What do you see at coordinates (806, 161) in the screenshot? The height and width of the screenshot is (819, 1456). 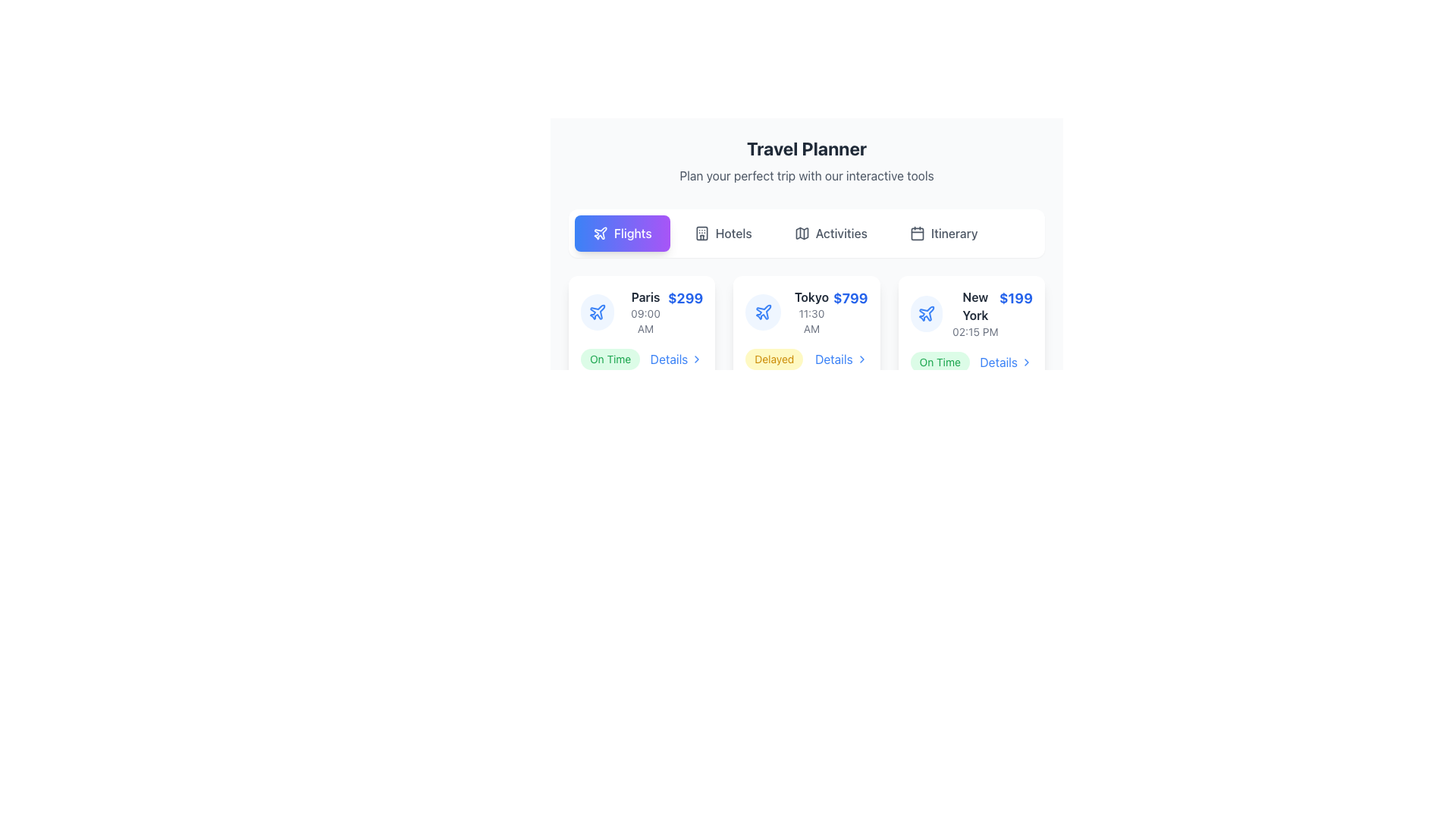 I see `the Text block (Header and Subtitle) at the top of the travel planner interface` at bounding box center [806, 161].